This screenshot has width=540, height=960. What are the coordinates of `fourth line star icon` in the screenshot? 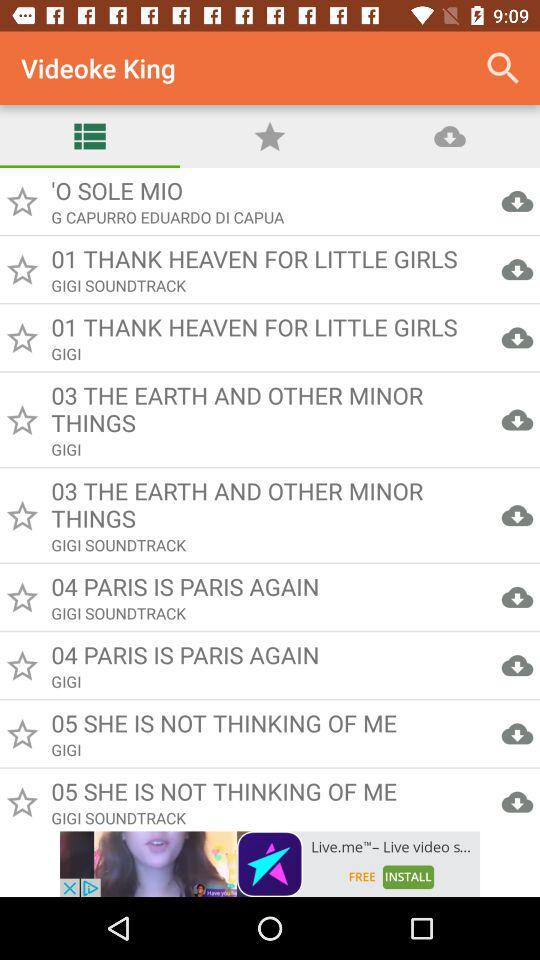 It's located at (21, 419).